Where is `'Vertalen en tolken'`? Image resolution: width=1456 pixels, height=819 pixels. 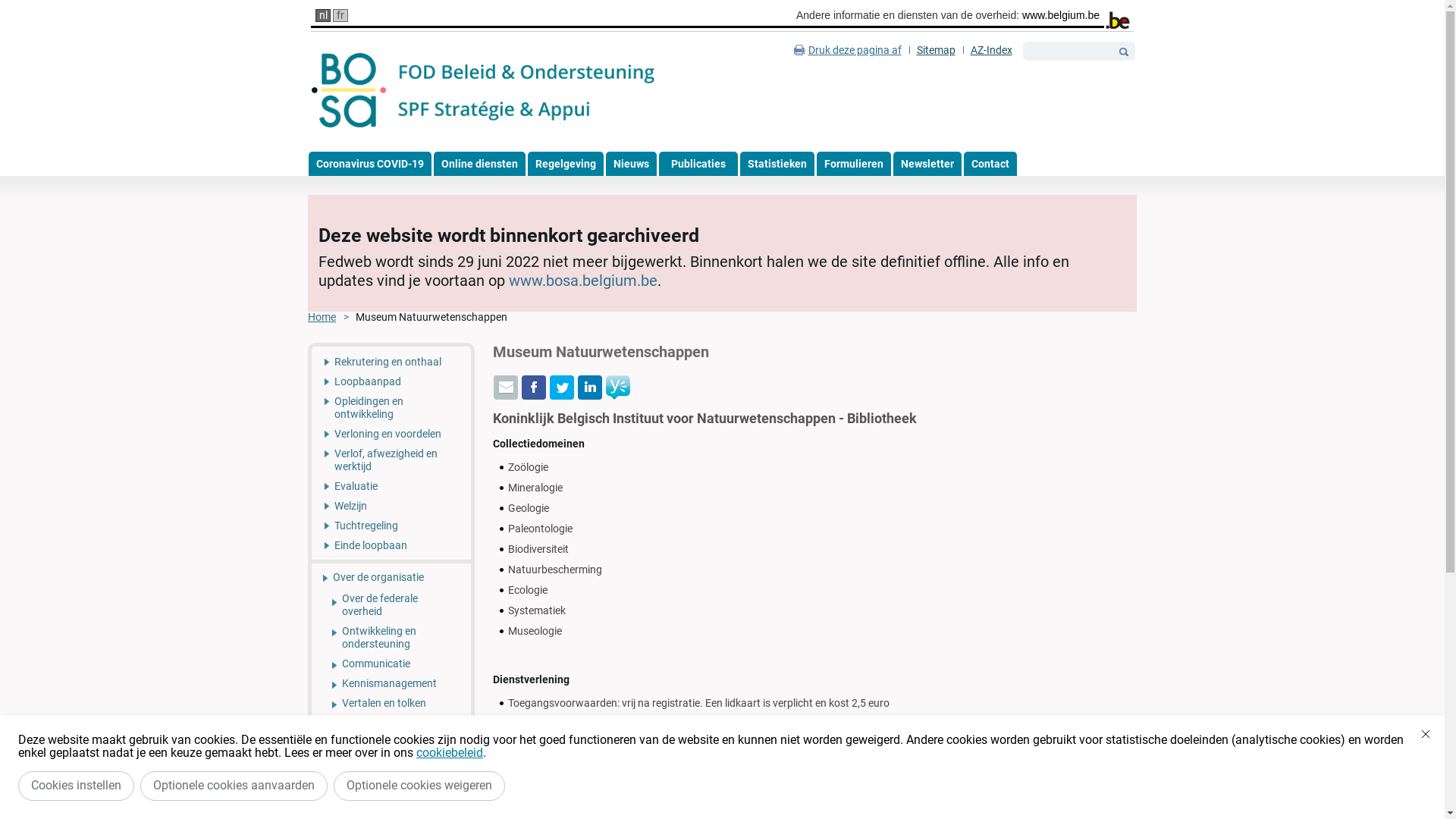
'Vertalen en tolken' is located at coordinates (311, 702).